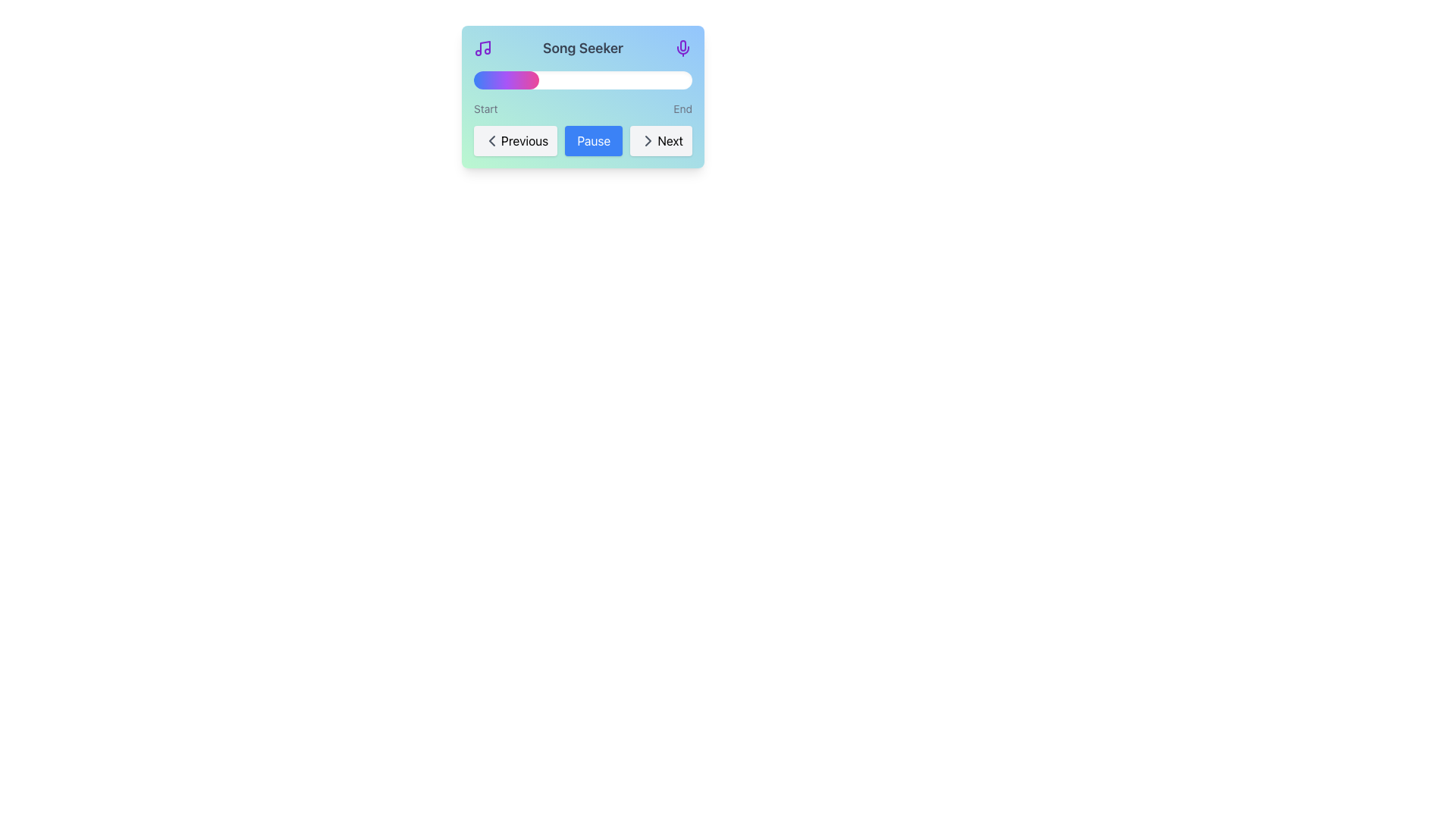  I want to click on the third button in the horizontal group at the bottom of the card to visualize the hover effect, so click(661, 140).